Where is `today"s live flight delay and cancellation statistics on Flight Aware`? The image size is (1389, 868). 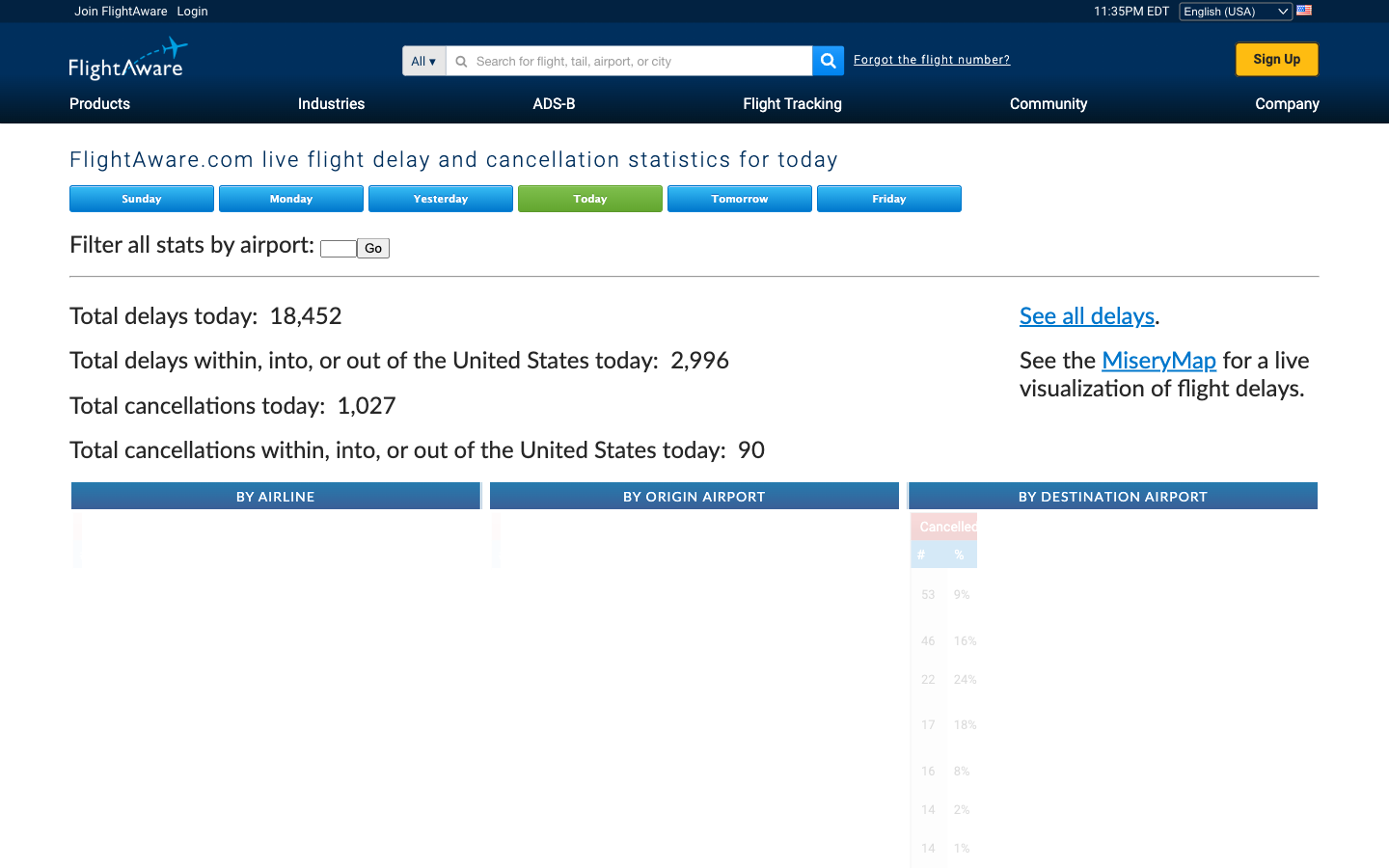
today"s live flight delay and cancellation statistics on Flight Aware is located at coordinates (591, 199).